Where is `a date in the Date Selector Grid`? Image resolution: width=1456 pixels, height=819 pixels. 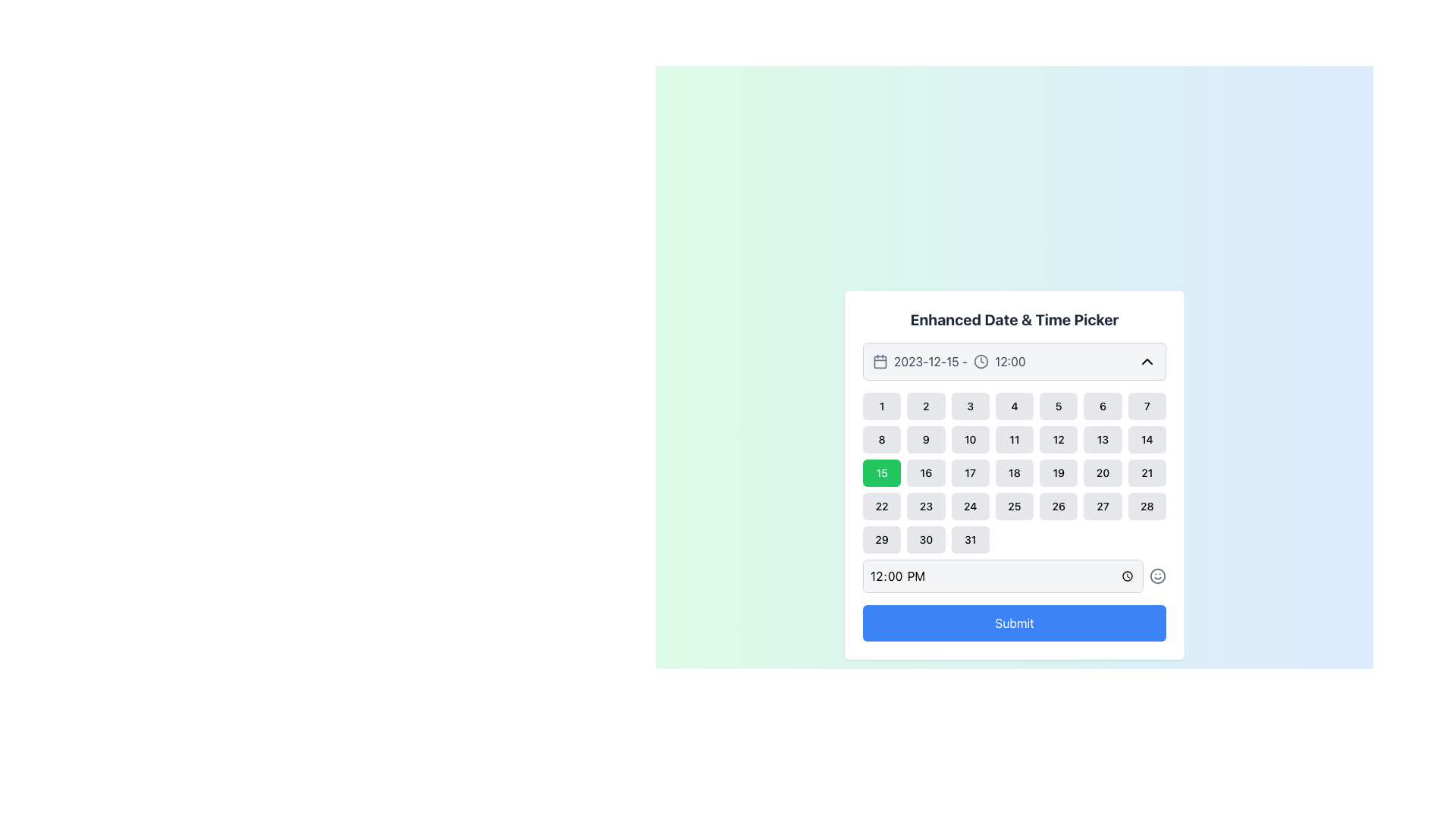
a date in the Date Selector Grid is located at coordinates (1015, 472).